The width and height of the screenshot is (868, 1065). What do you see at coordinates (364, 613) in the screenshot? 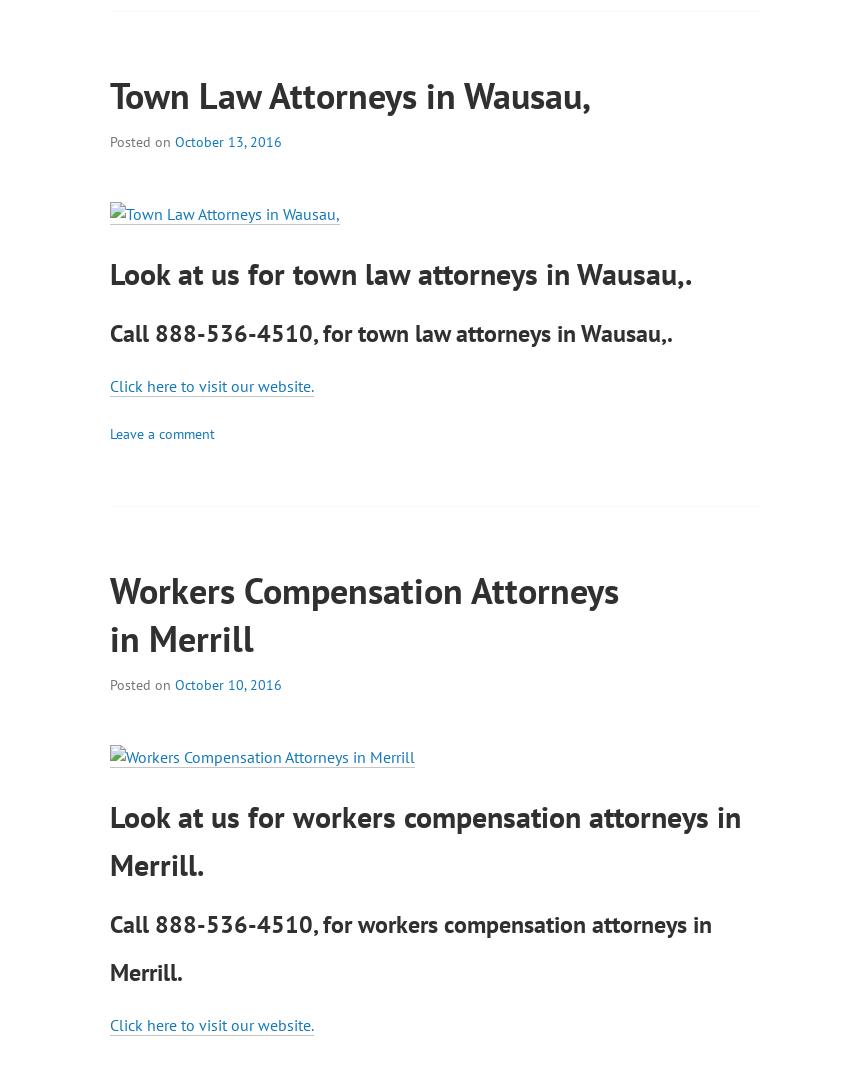
I see `'Workers Compensation Attorneys in Merrill'` at bounding box center [364, 613].